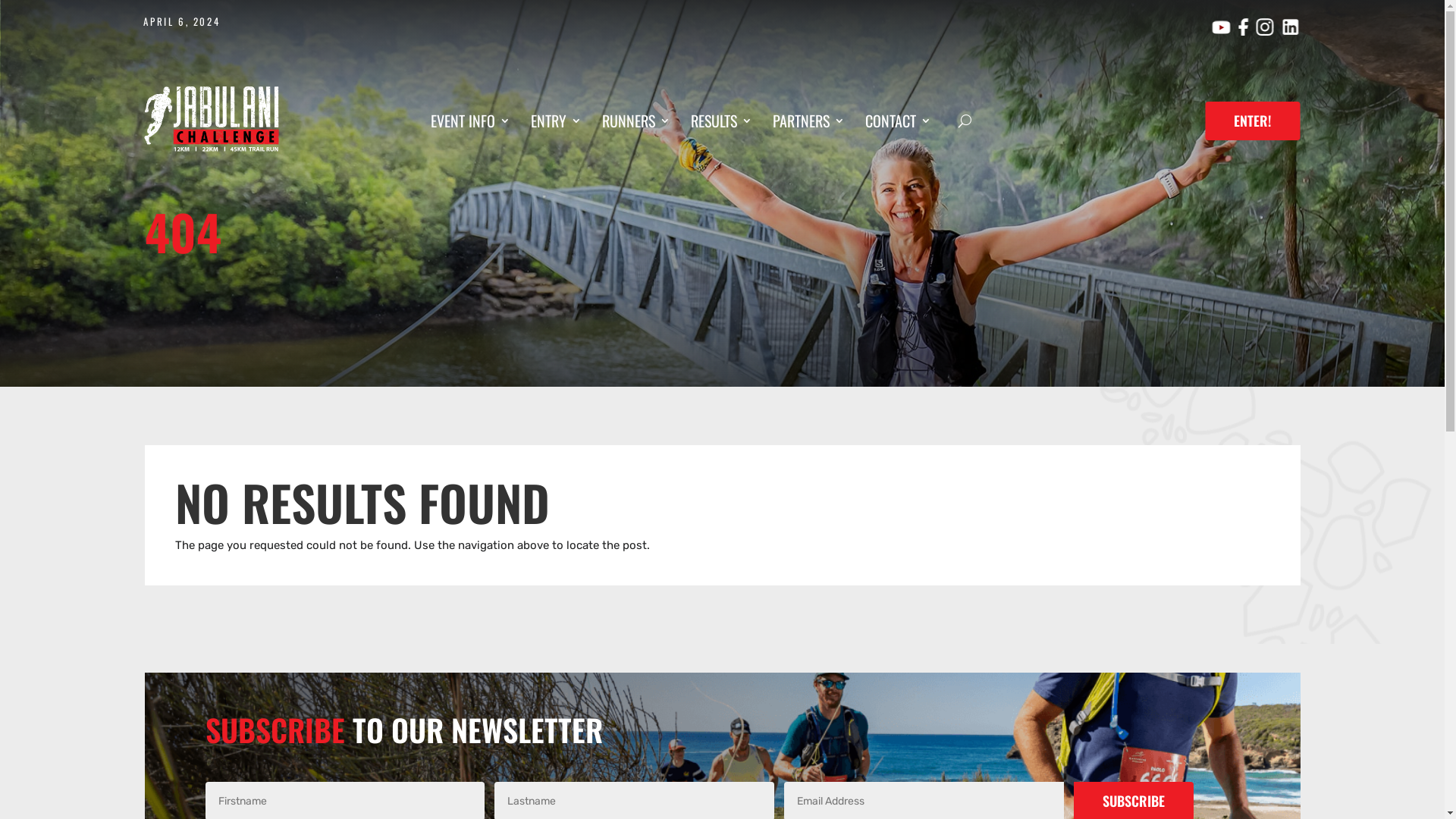  Describe the element at coordinates (429, 122) in the screenshot. I see `'EVENT INFO'` at that location.